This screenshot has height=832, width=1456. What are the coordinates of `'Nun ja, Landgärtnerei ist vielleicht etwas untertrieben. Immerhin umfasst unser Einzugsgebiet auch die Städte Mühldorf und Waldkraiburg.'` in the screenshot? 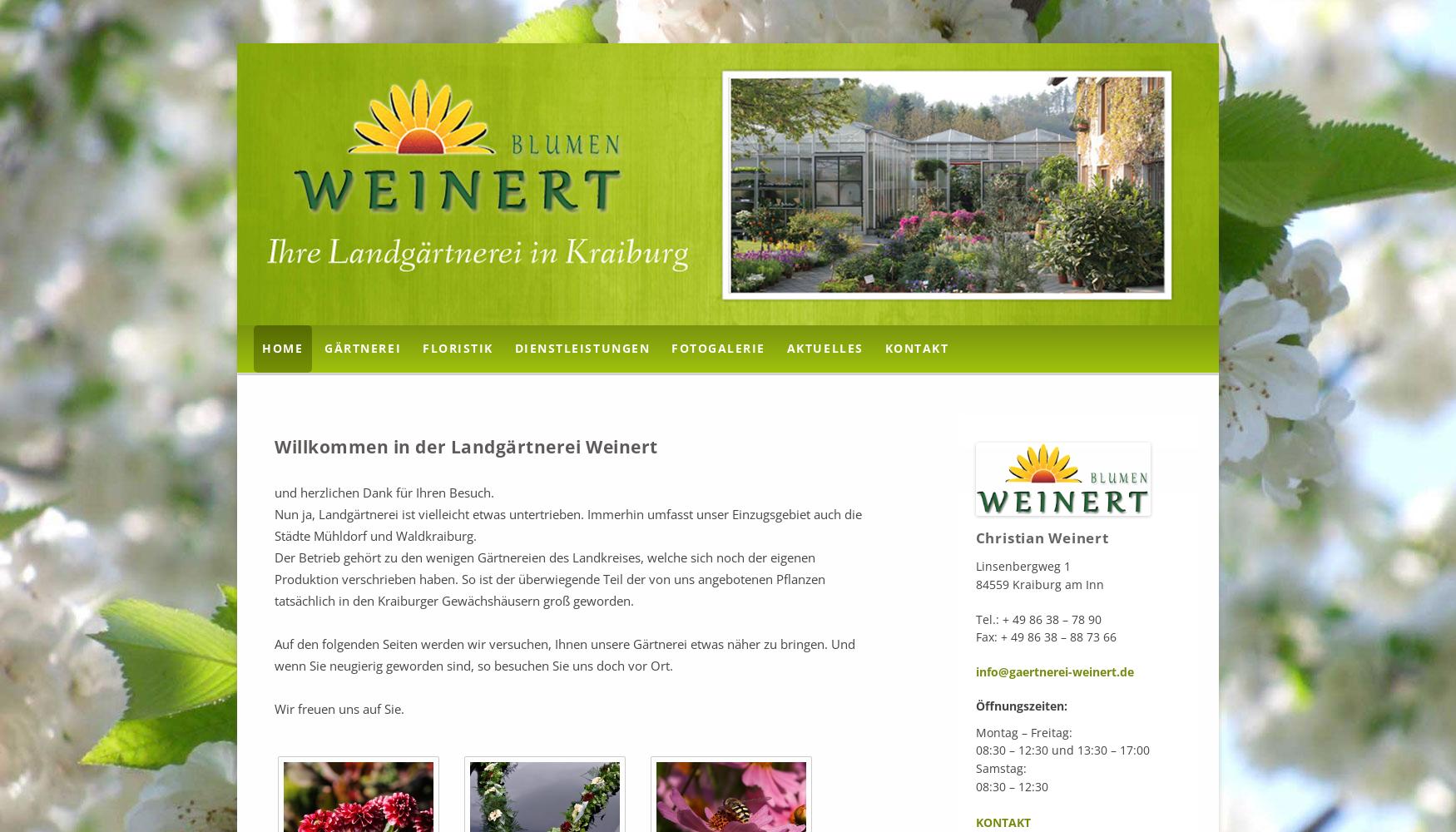 It's located at (567, 524).